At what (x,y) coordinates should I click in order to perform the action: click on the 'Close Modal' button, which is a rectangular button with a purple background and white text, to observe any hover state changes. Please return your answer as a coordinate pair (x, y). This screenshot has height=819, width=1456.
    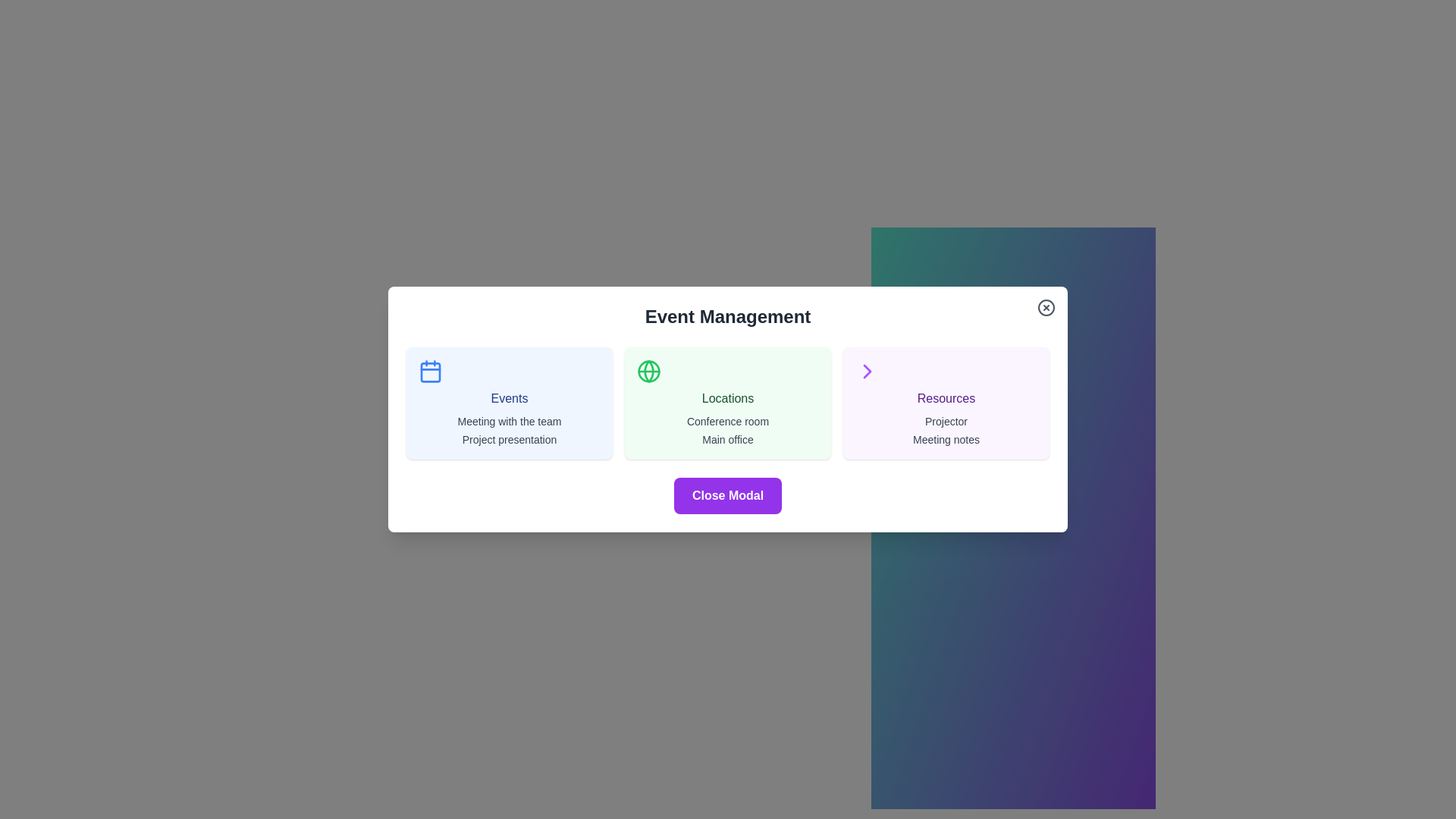
    Looking at the image, I should click on (728, 496).